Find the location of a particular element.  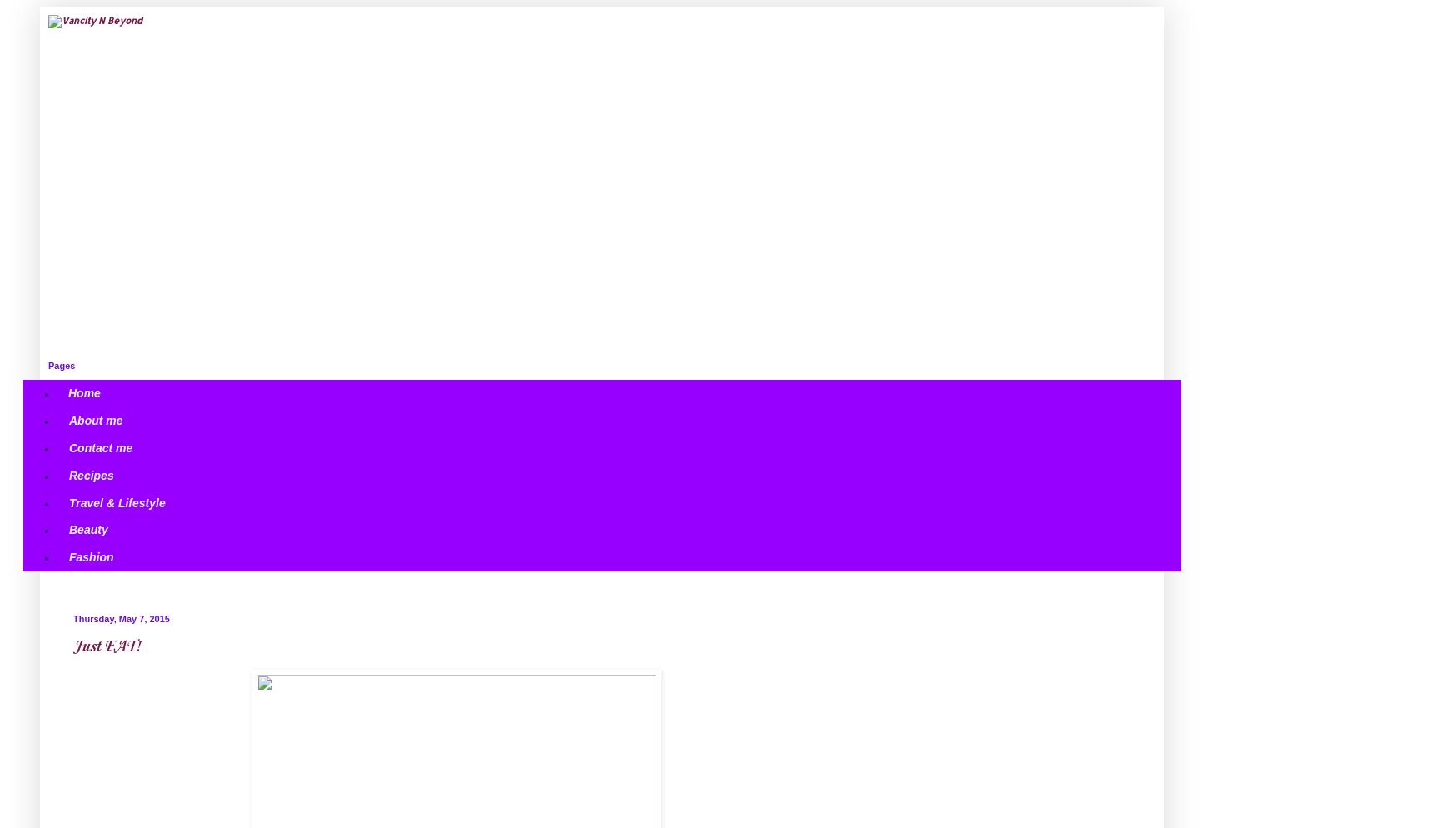

'Travel & Lifestyle' is located at coordinates (117, 501).